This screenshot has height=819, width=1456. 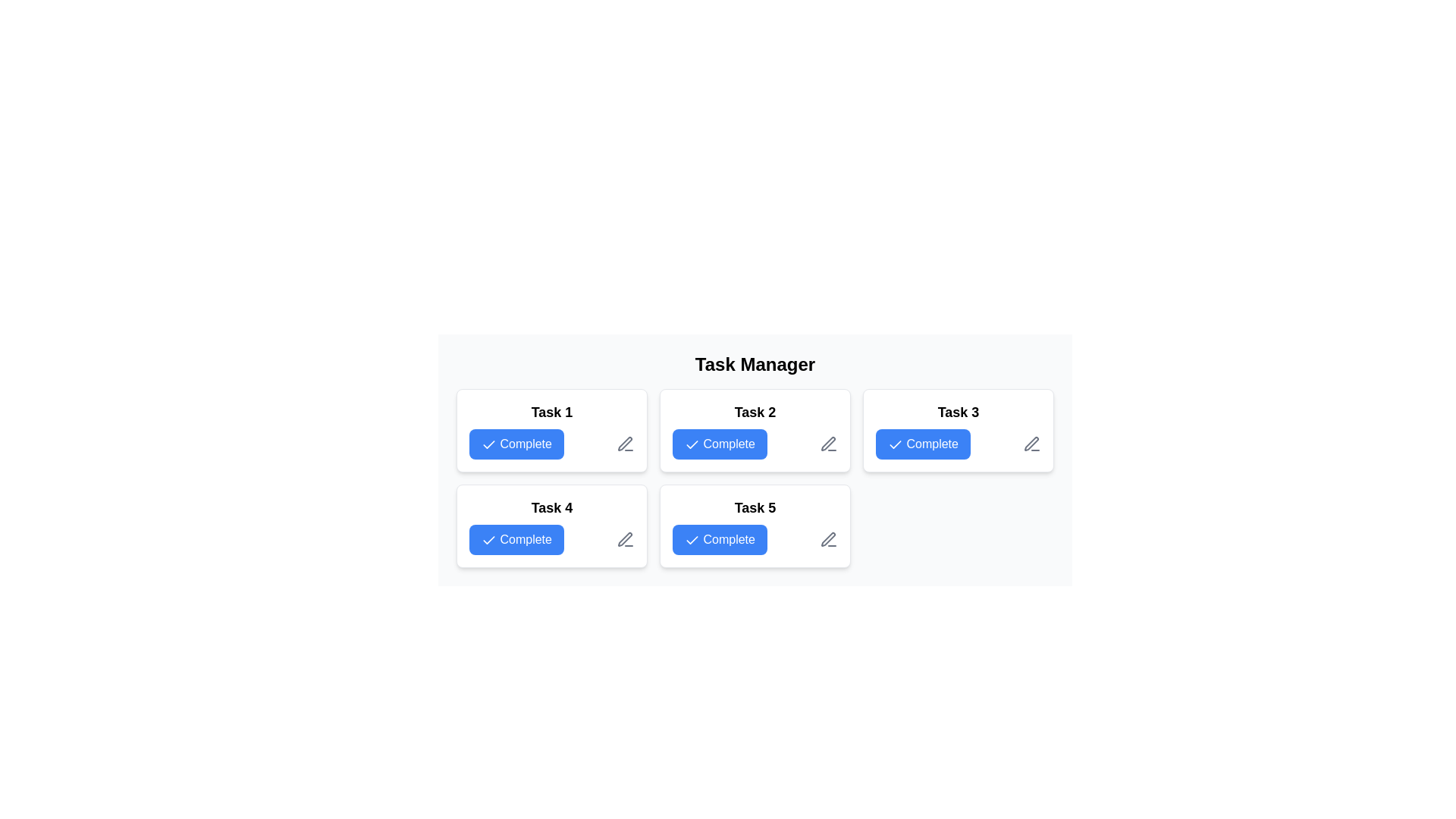 What do you see at coordinates (551, 539) in the screenshot?
I see `the button located at the bottom-center of the 'Task 4' section to mark the associated task as complete` at bounding box center [551, 539].